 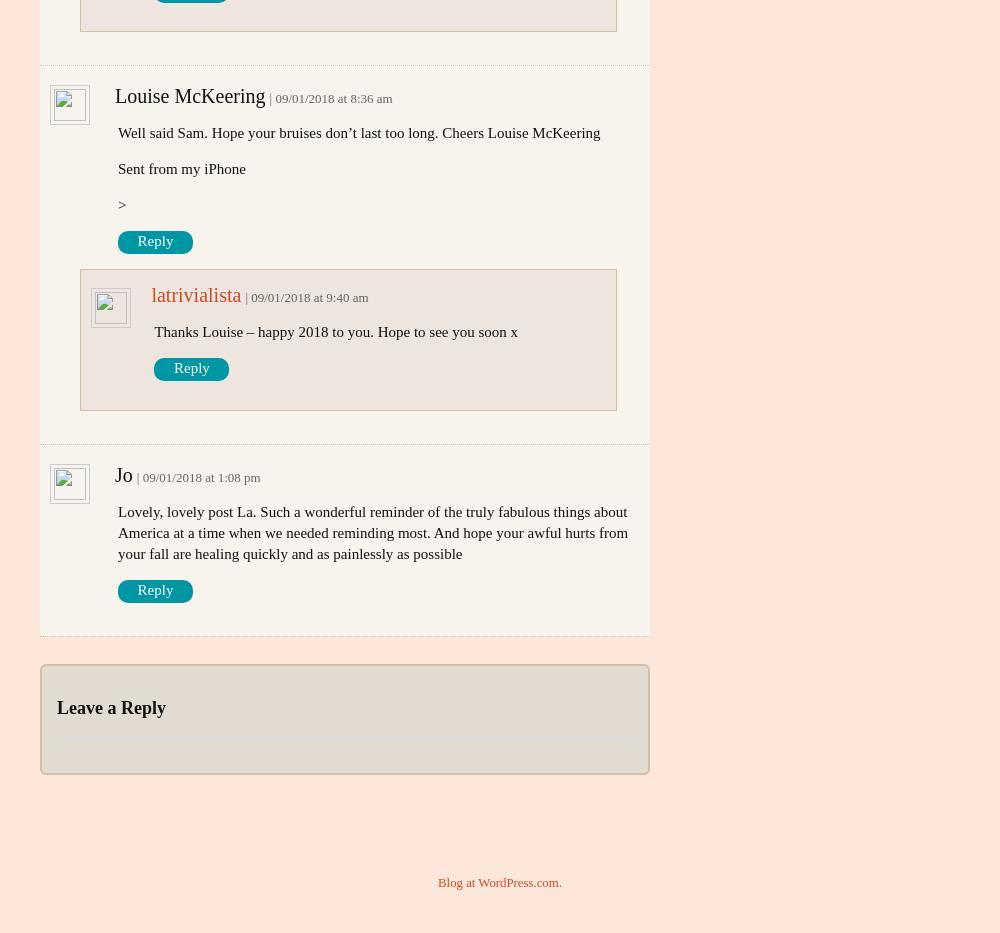 I want to click on 'Blog at WordPress.com.', so click(x=438, y=880).